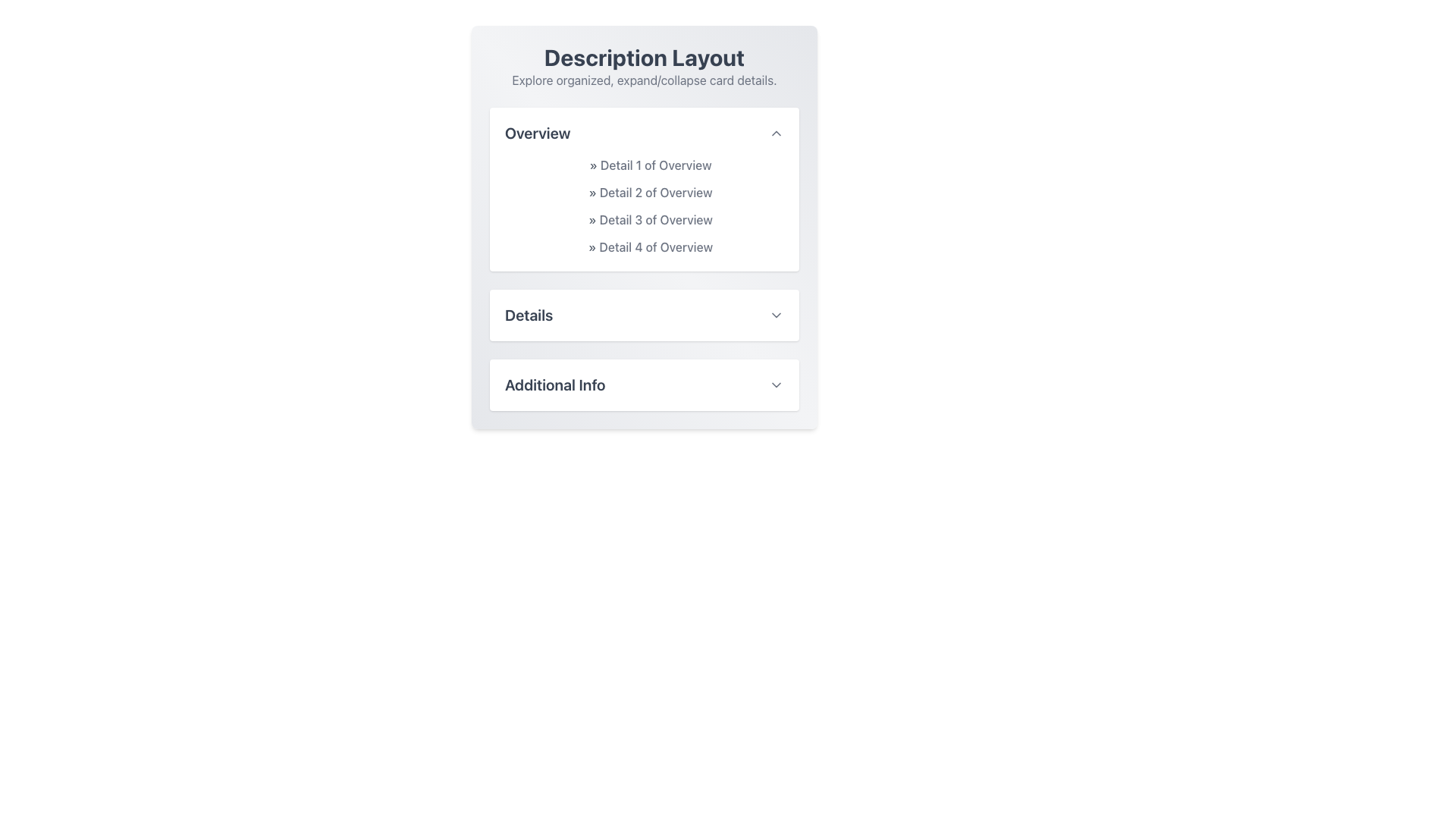  I want to click on the dropdown activator button located to the far-right of the 'Details' text, so click(776, 315).